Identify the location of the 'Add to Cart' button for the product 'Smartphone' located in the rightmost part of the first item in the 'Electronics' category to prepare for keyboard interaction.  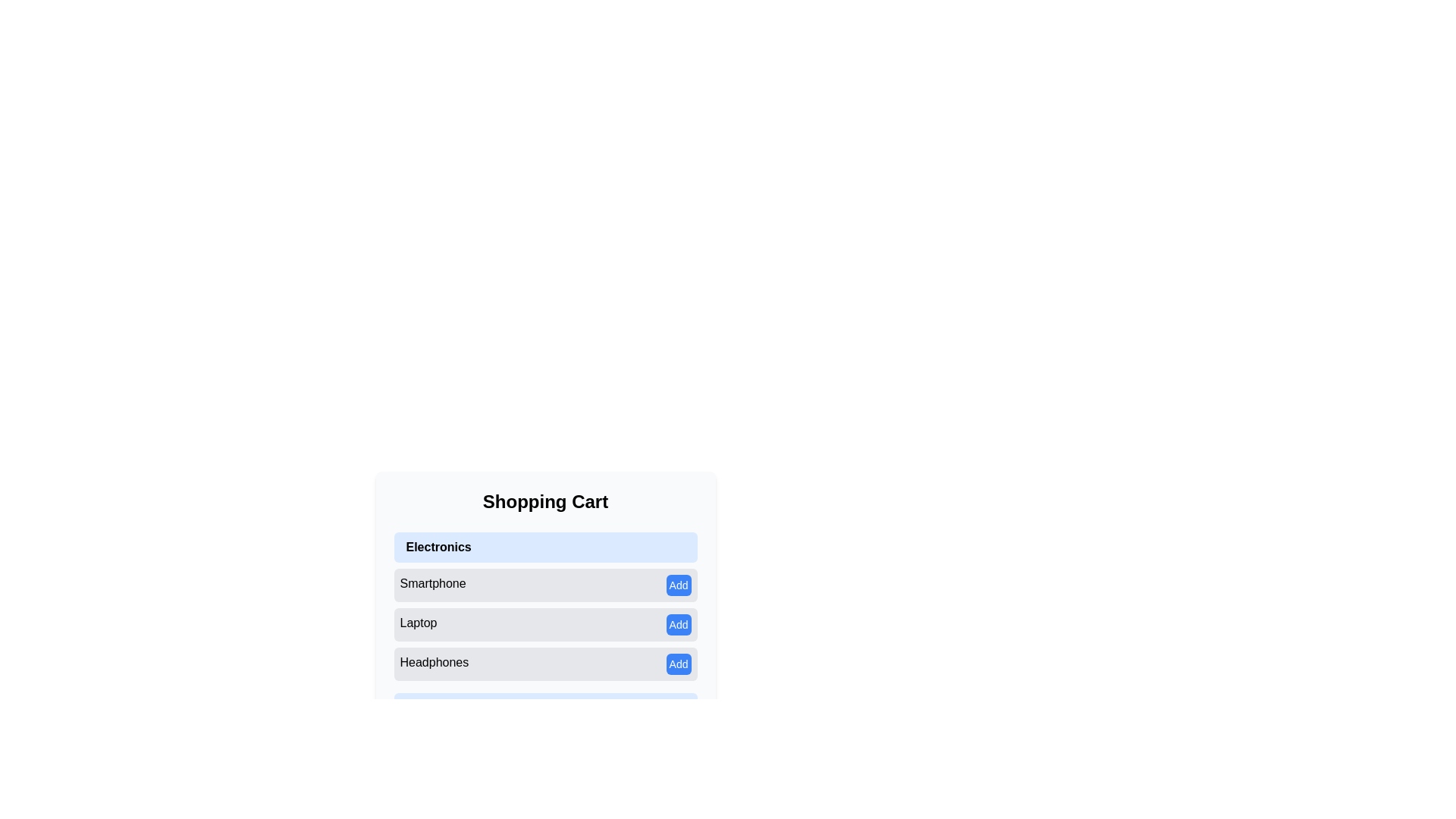
(678, 584).